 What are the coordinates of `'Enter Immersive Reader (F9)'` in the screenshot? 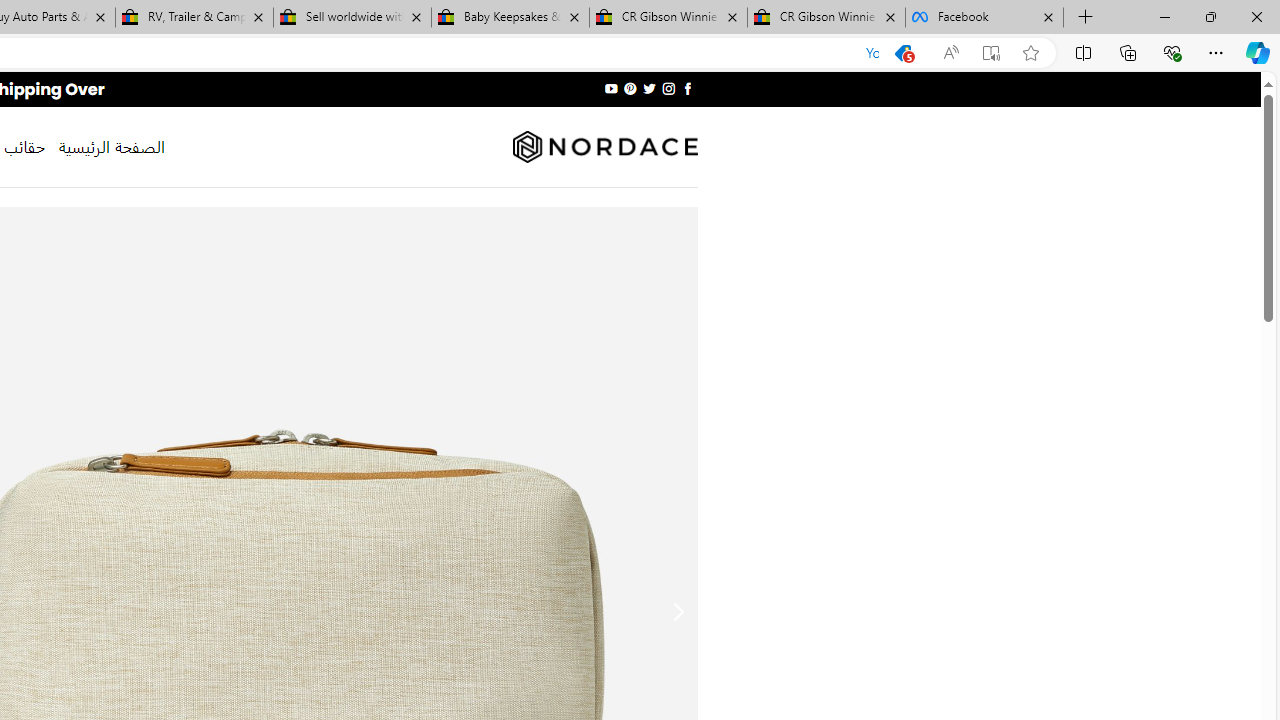 It's located at (991, 52).